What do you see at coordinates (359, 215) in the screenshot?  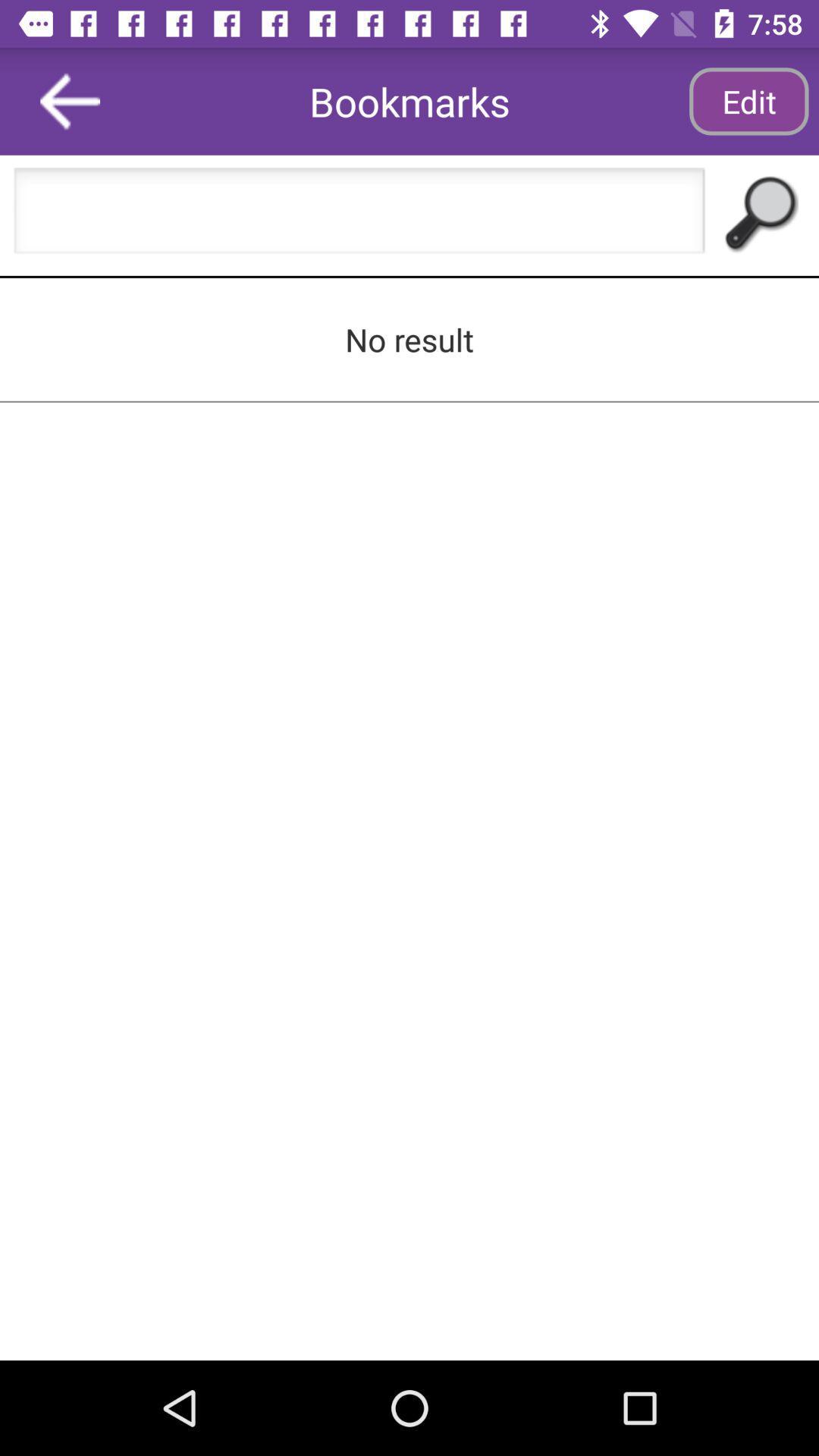 I see `write search terms` at bounding box center [359, 215].